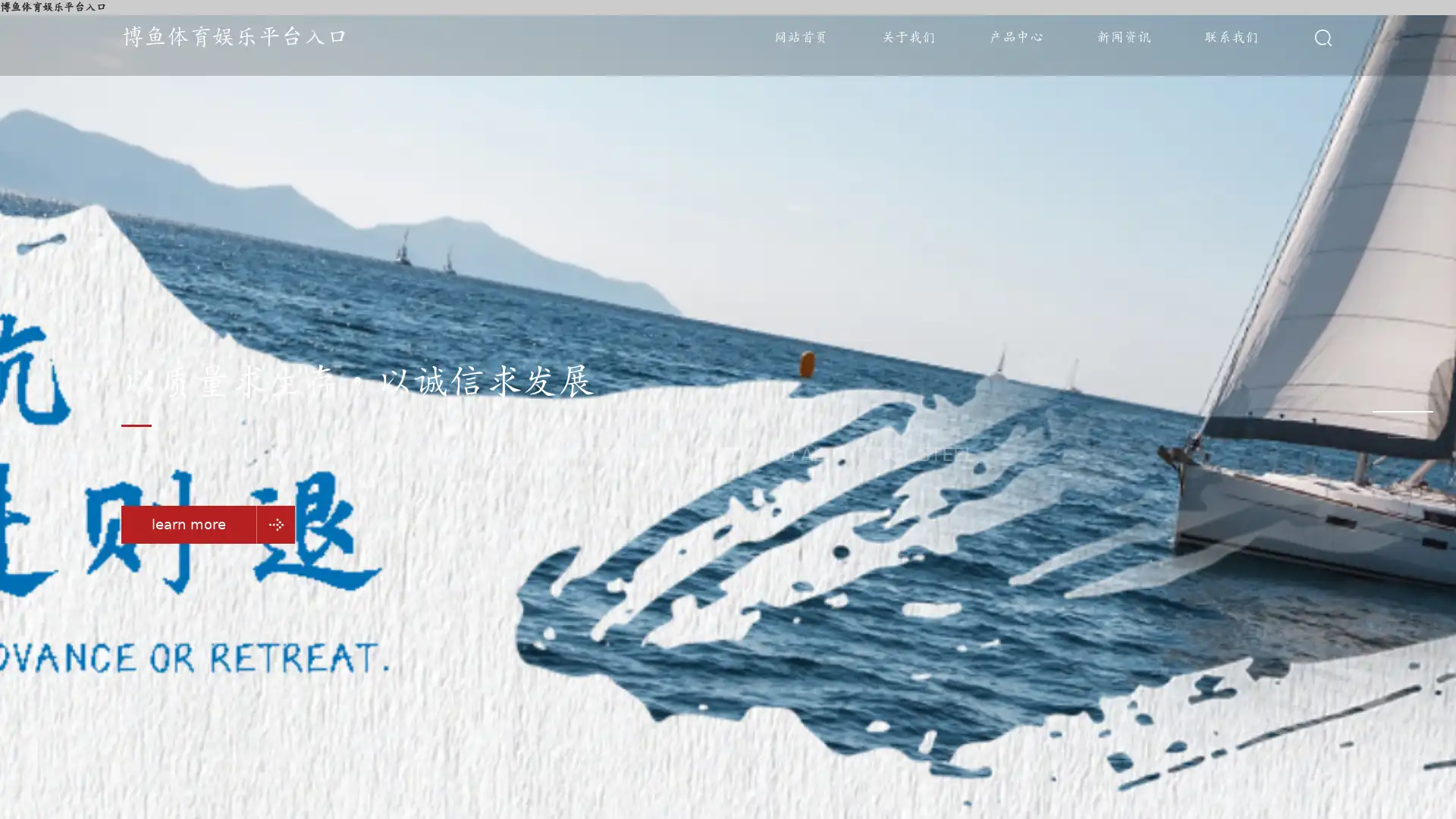  What do you see at coordinates (1401, 438) in the screenshot?
I see `Go to slide 3` at bounding box center [1401, 438].